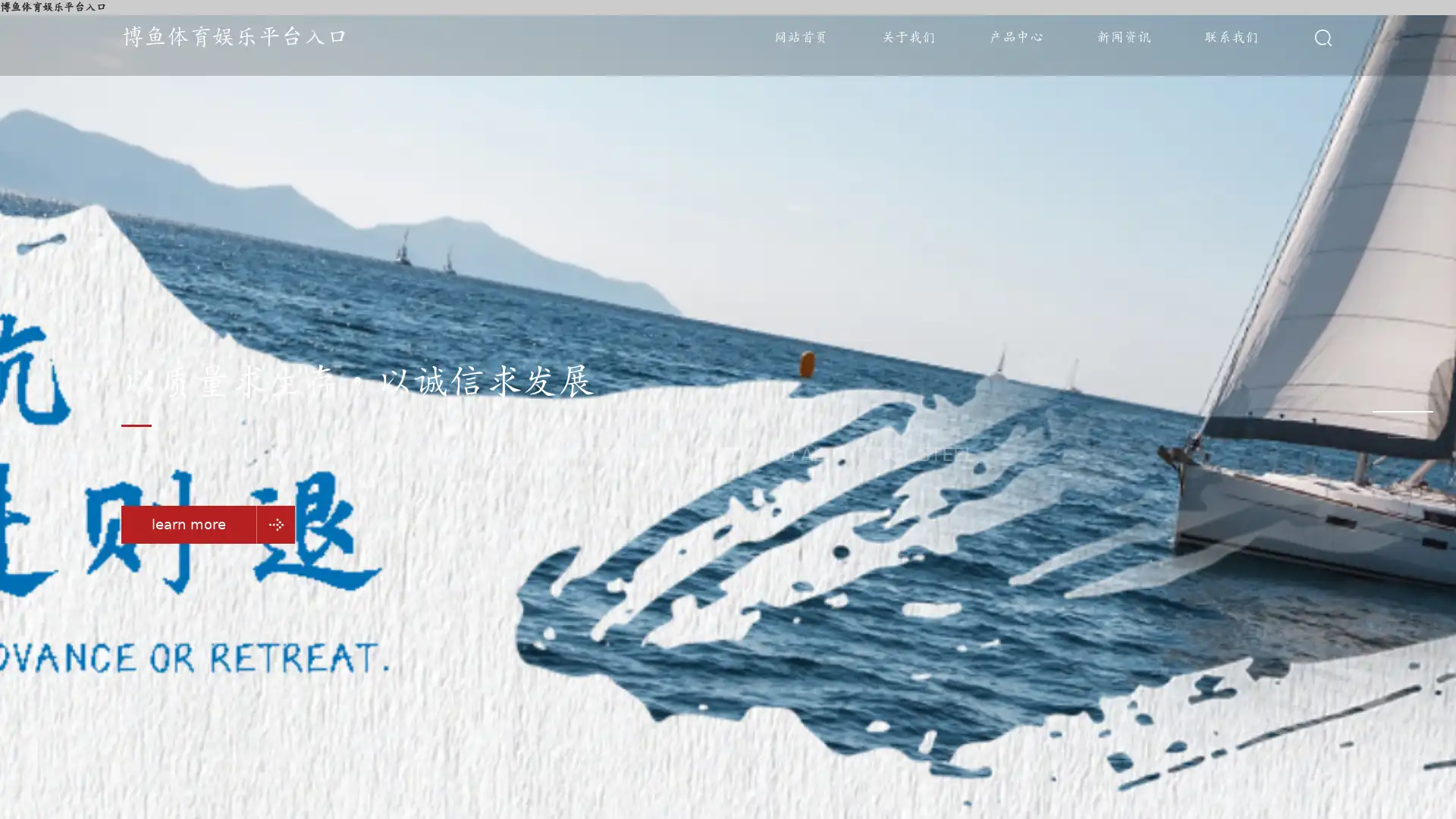  What do you see at coordinates (1401, 438) in the screenshot?
I see `Go to slide 3` at bounding box center [1401, 438].